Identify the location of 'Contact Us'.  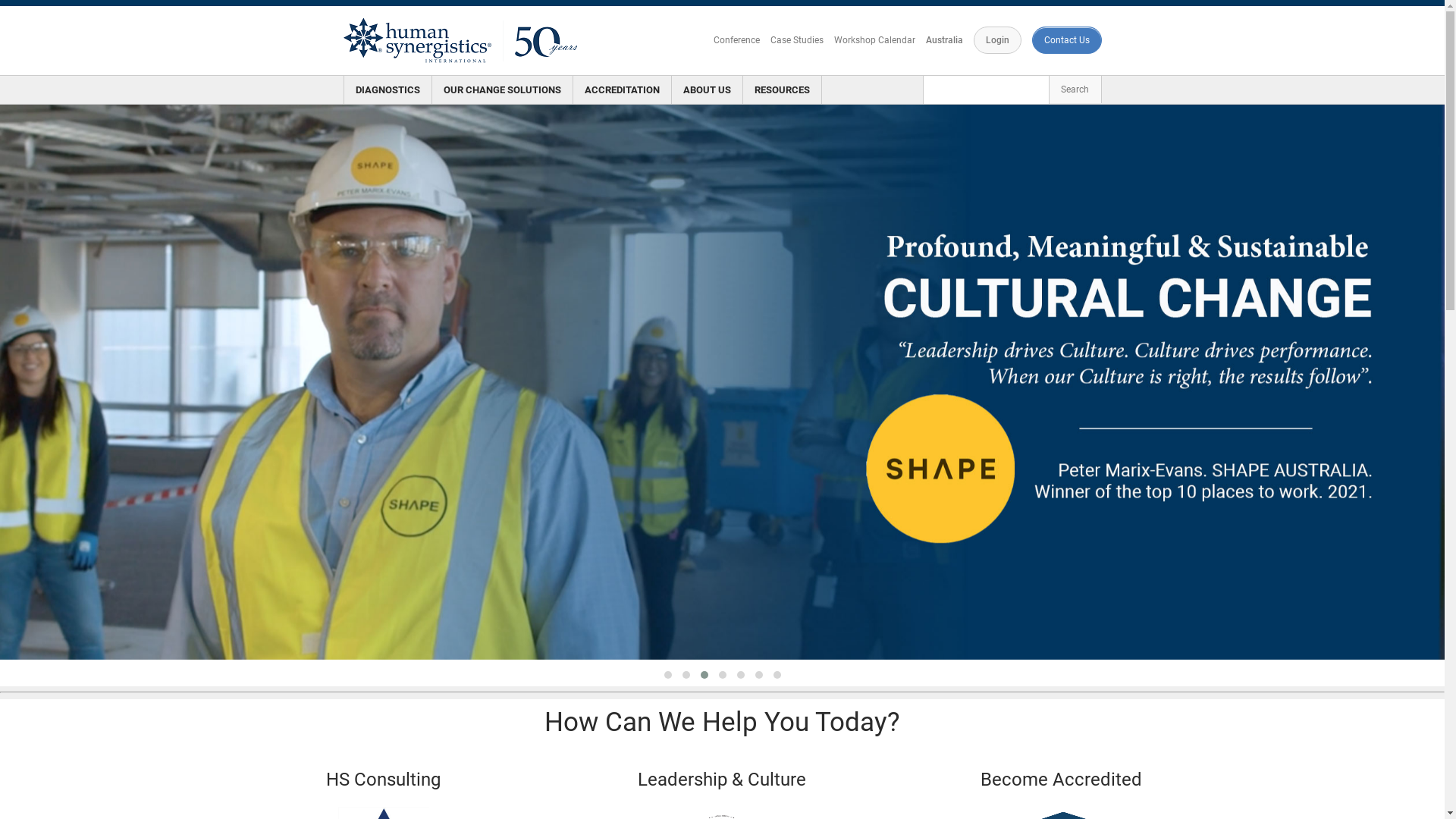
(1065, 39).